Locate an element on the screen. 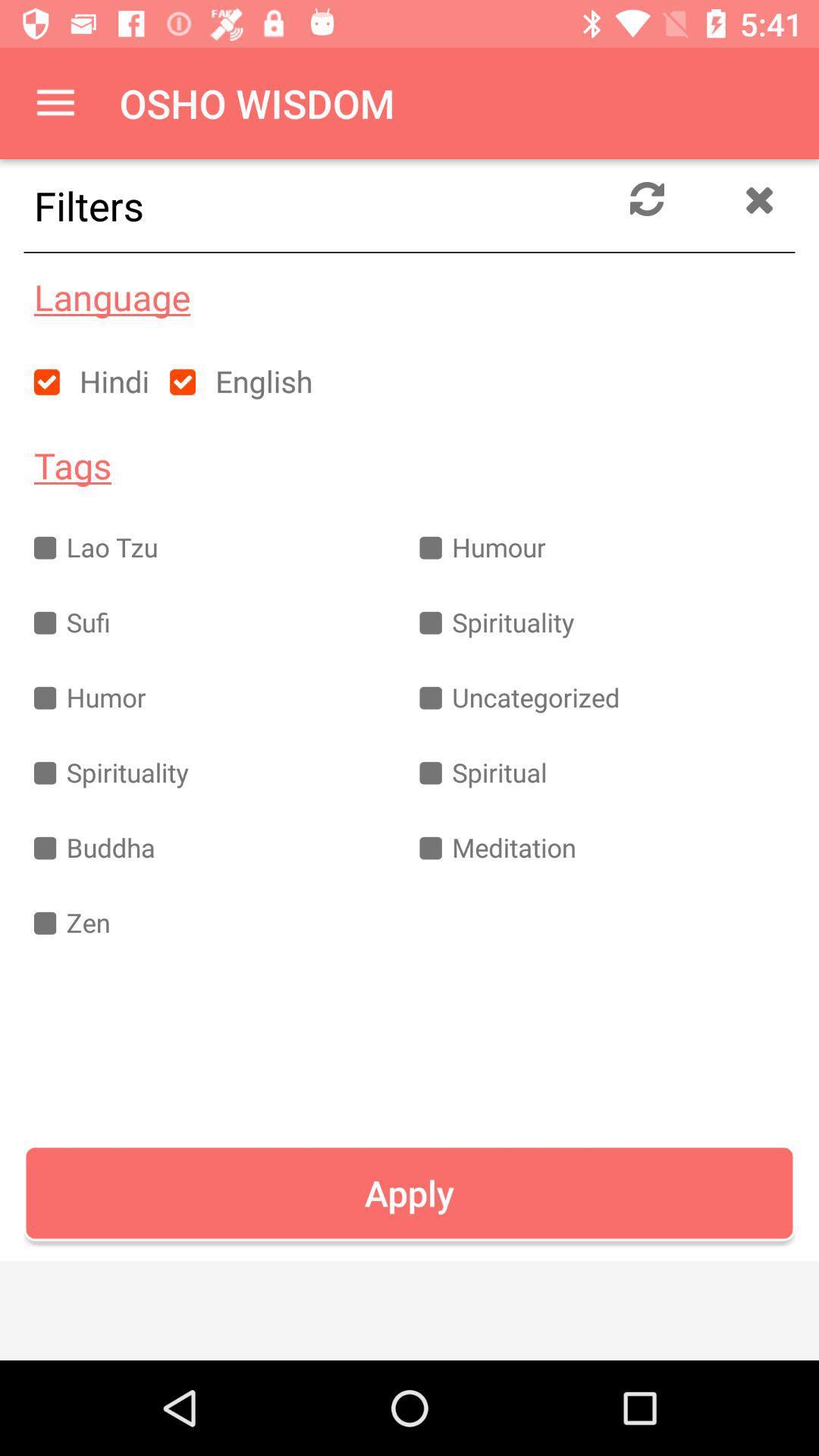  item to the left of osho wisdom item is located at coordinates (55, 102).